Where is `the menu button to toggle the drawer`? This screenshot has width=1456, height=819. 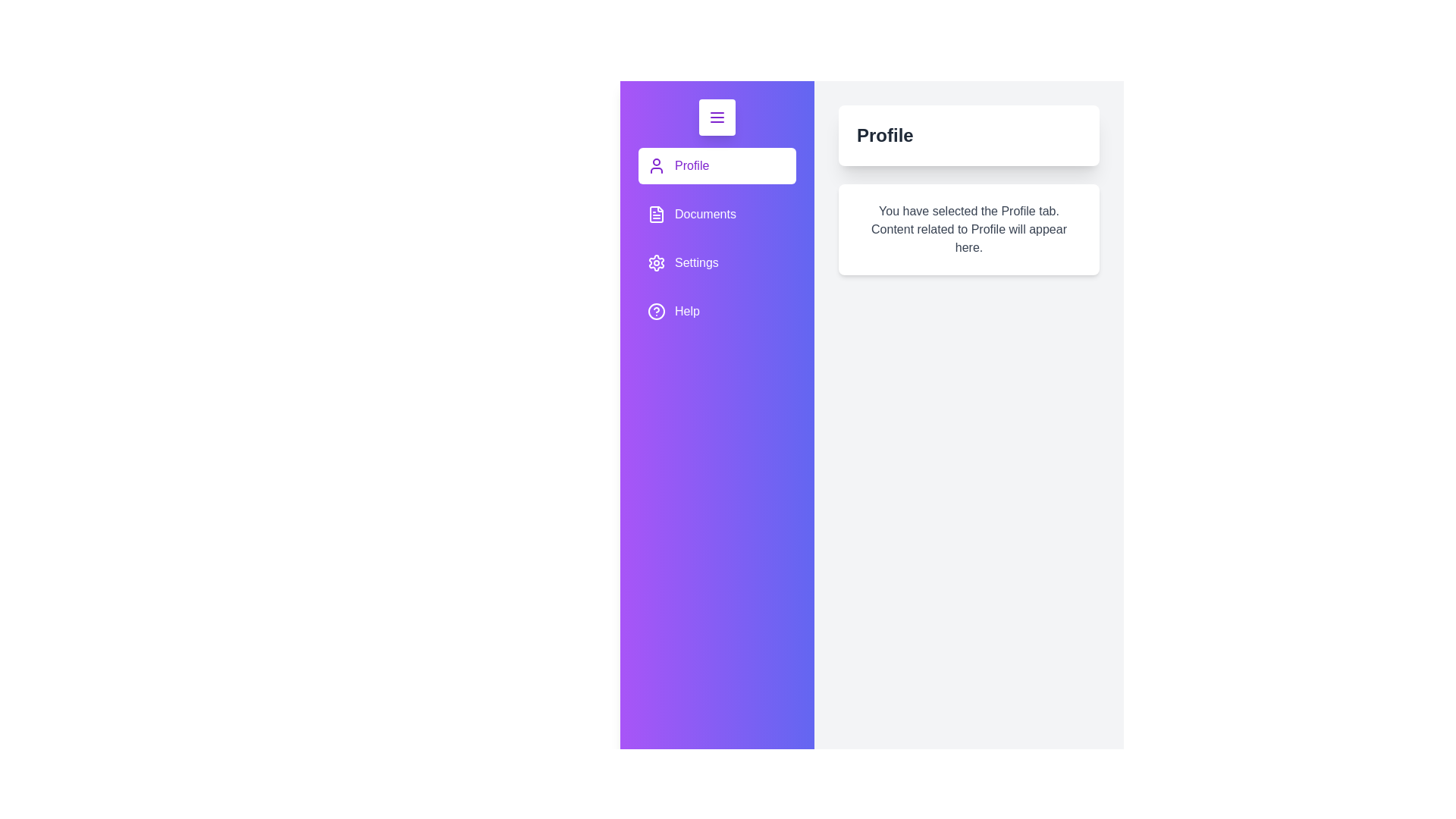 the menu button to toggle the drawer is located at coordinates (716, 116).